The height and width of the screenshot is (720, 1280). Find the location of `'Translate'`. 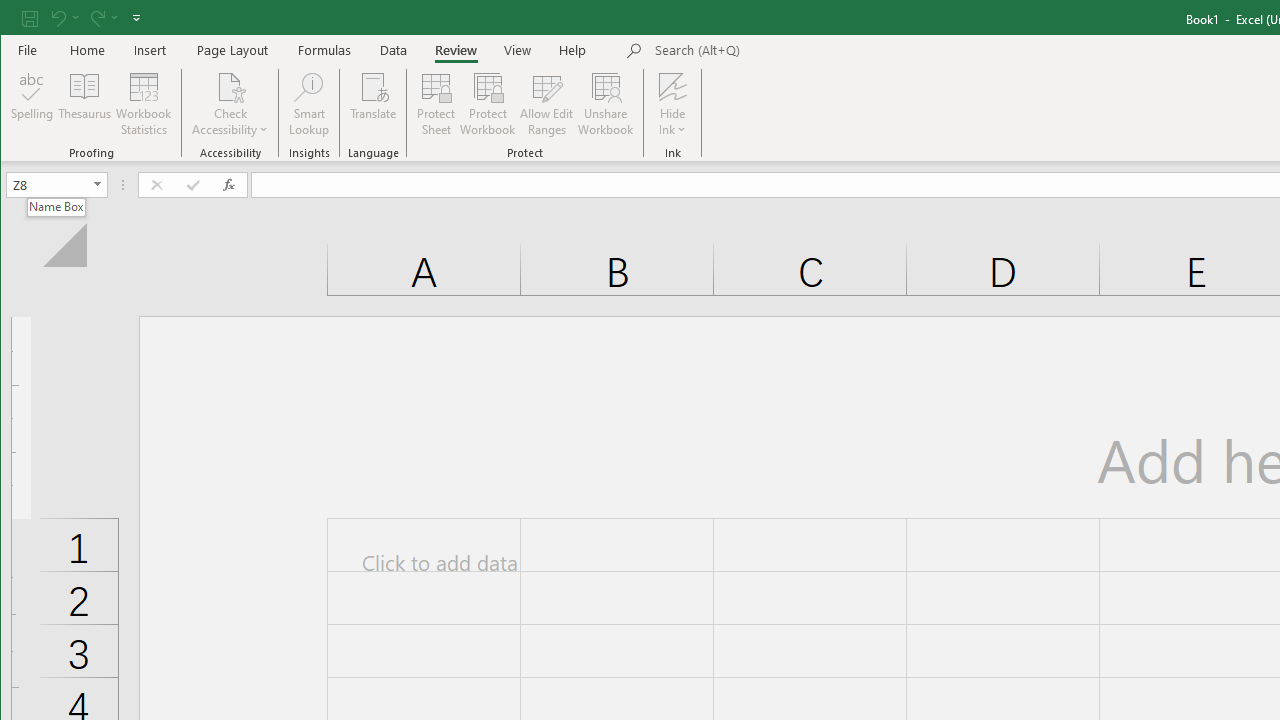

'Translate' is located at coordinates (373, 104).